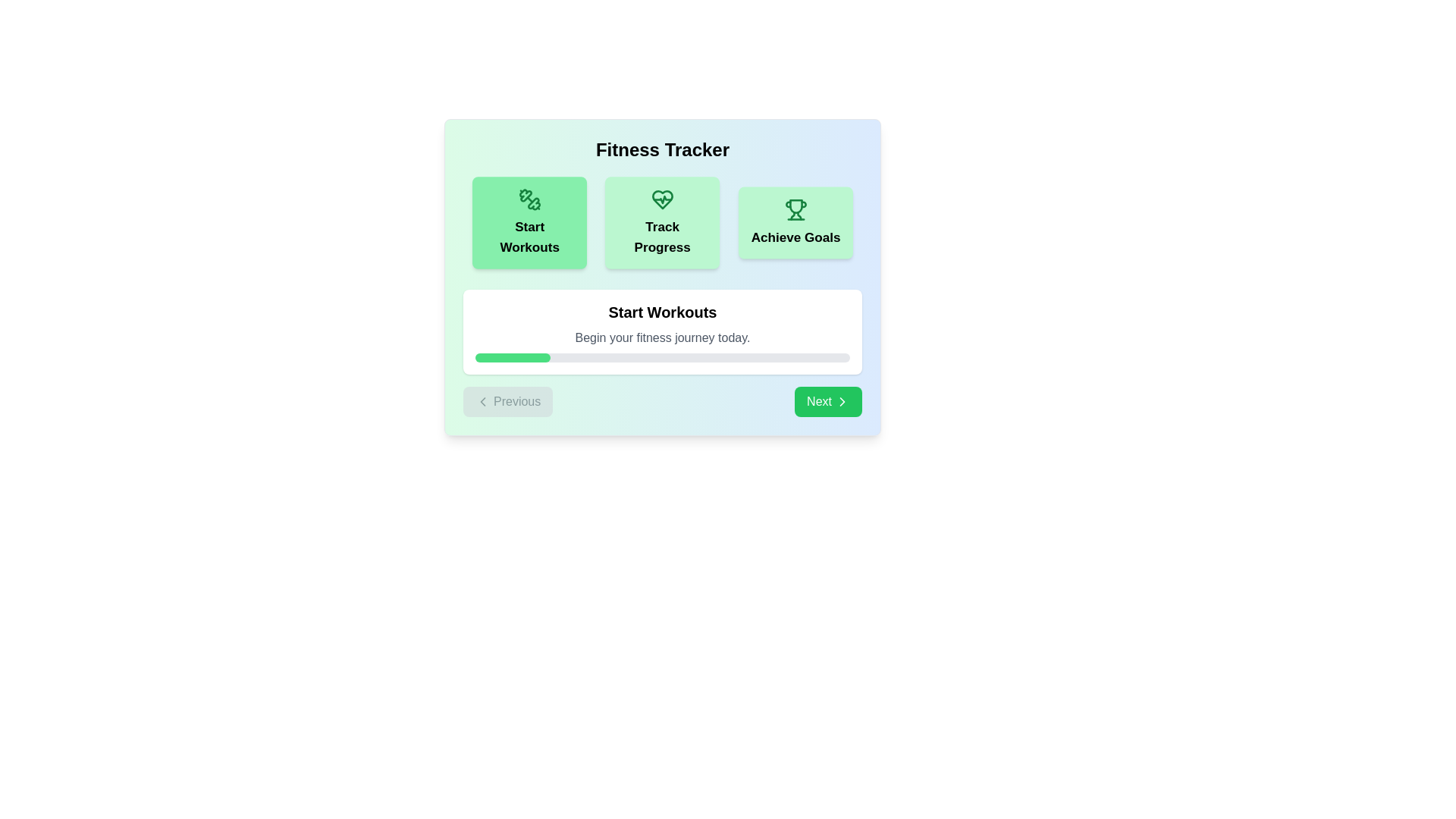 This screenshot has width=1456, height=819. I want to click on the 'Start Workouts' text label, which is centrally located in the first green option of the 'Fitness Tracker' menu, below a dumbbell icon, so click(529, 237).